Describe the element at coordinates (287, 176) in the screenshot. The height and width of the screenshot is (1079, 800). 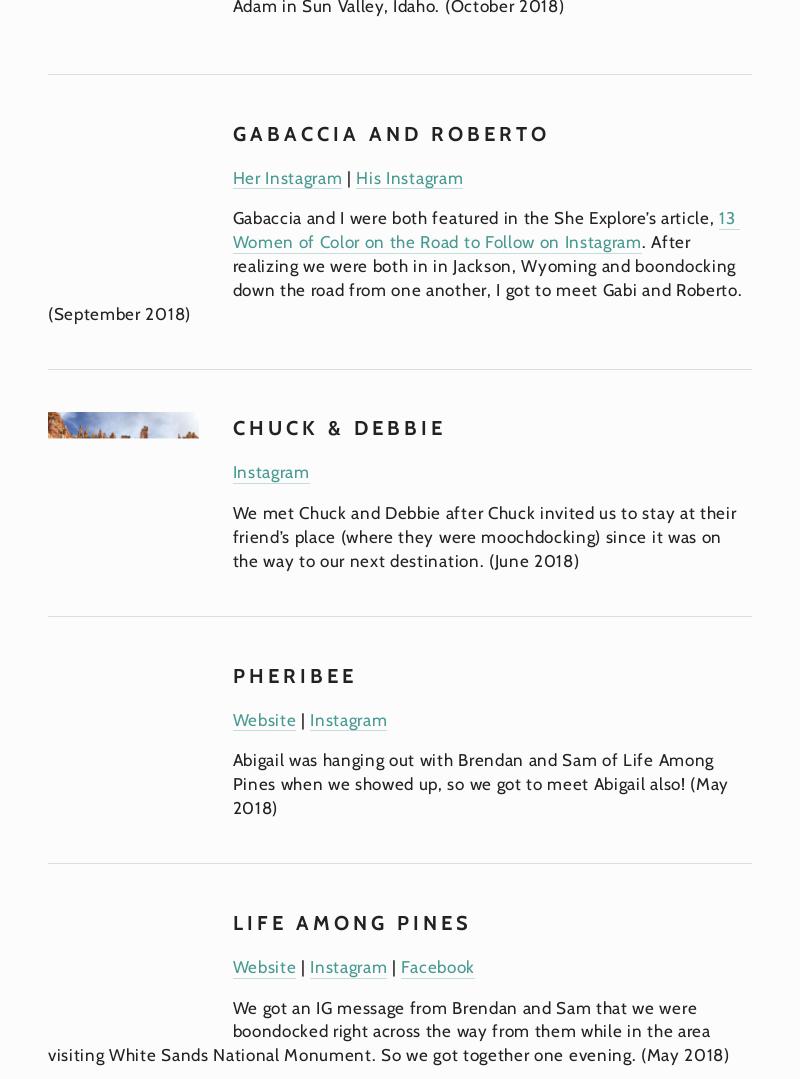
I see `'Her Instagram'` at that location.